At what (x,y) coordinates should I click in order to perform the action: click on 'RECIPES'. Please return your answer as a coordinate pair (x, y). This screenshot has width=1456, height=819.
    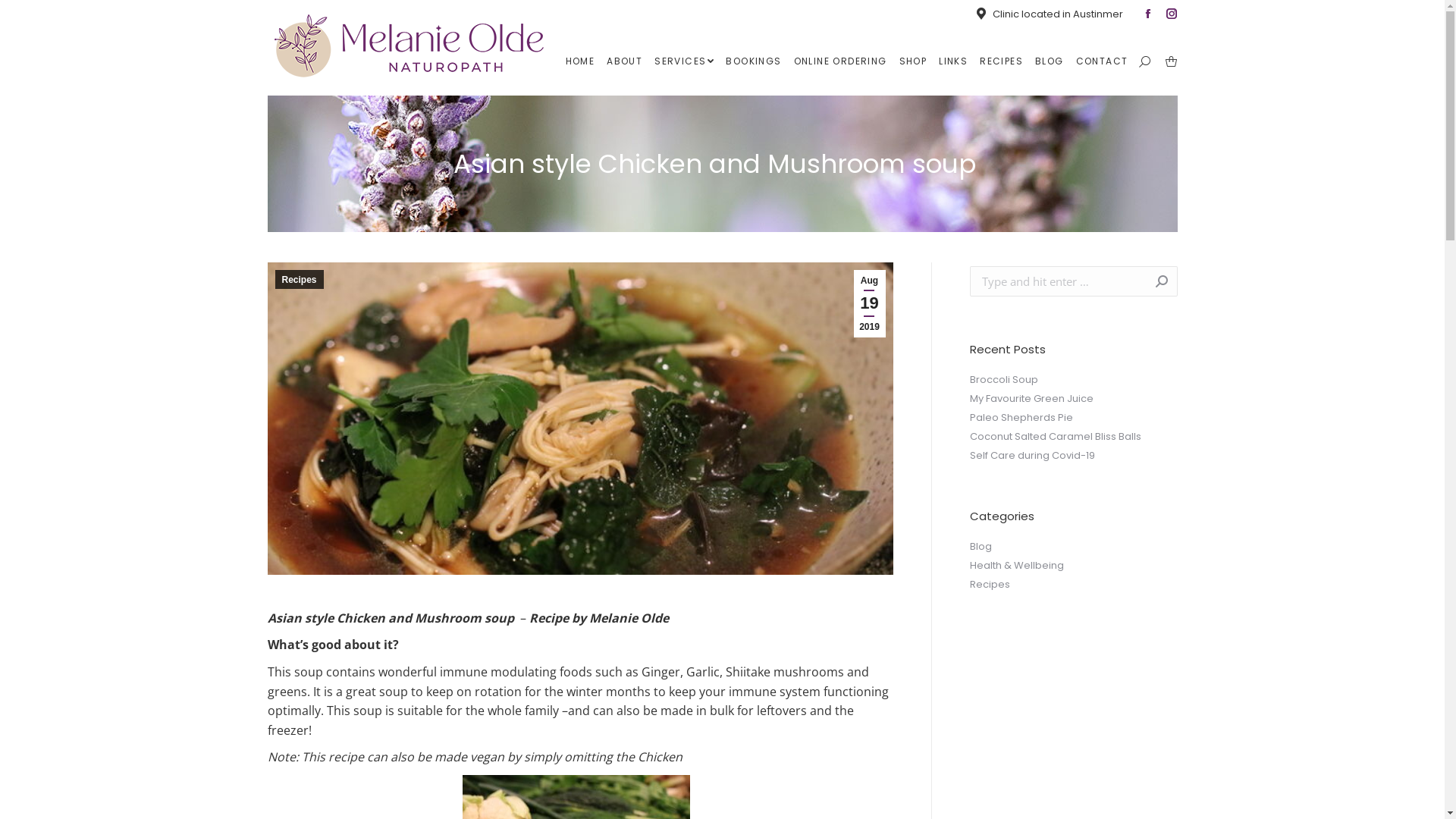
    Looking at the image, I should click on (1001, 61).